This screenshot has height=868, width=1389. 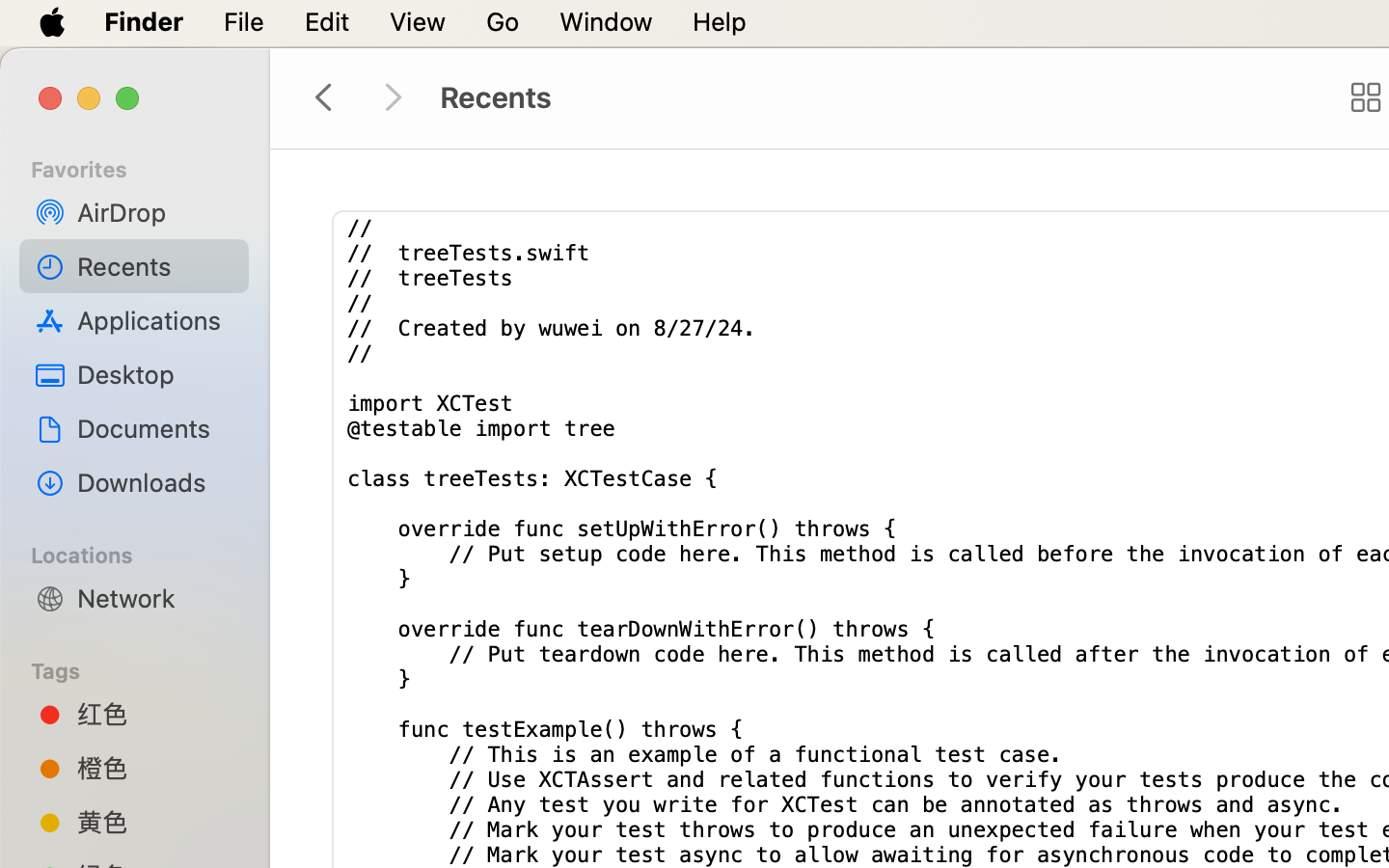 What do you see at coordinates (153, 822) in the screenshot?
I see `'黄色'` at bounding box center [153, 822].